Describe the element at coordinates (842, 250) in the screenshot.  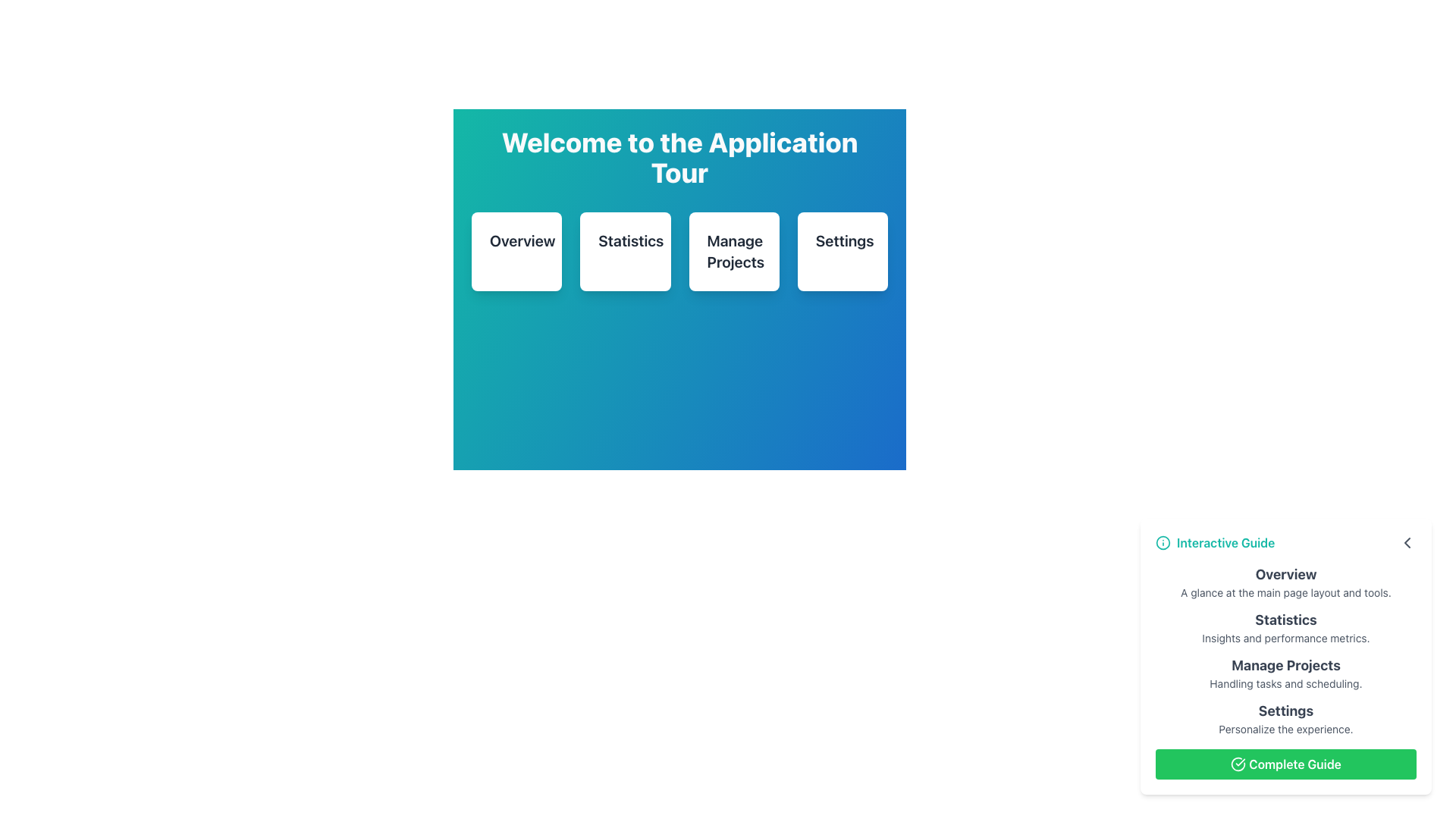
I see `the text-based navigation item or button located on the right side of the row under 'Welcome to the Application Tour'` at that location.